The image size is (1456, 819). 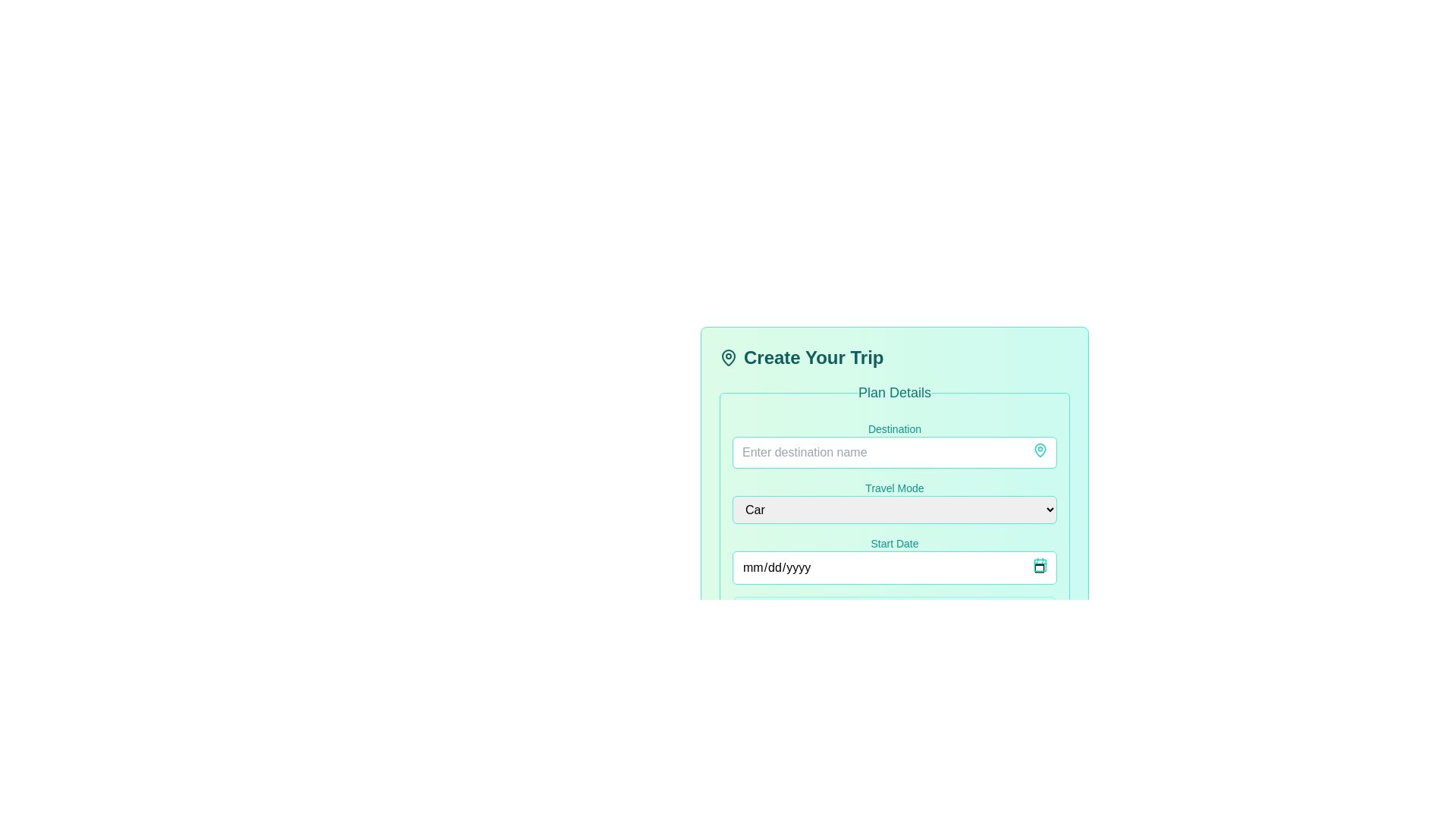 What do you see at coordinates (1040, 450) in the screenshot?
I see `the map pin icon with a teal outline located next to the 'Create Your Trip' heading` at bounding box center [1040, 450].